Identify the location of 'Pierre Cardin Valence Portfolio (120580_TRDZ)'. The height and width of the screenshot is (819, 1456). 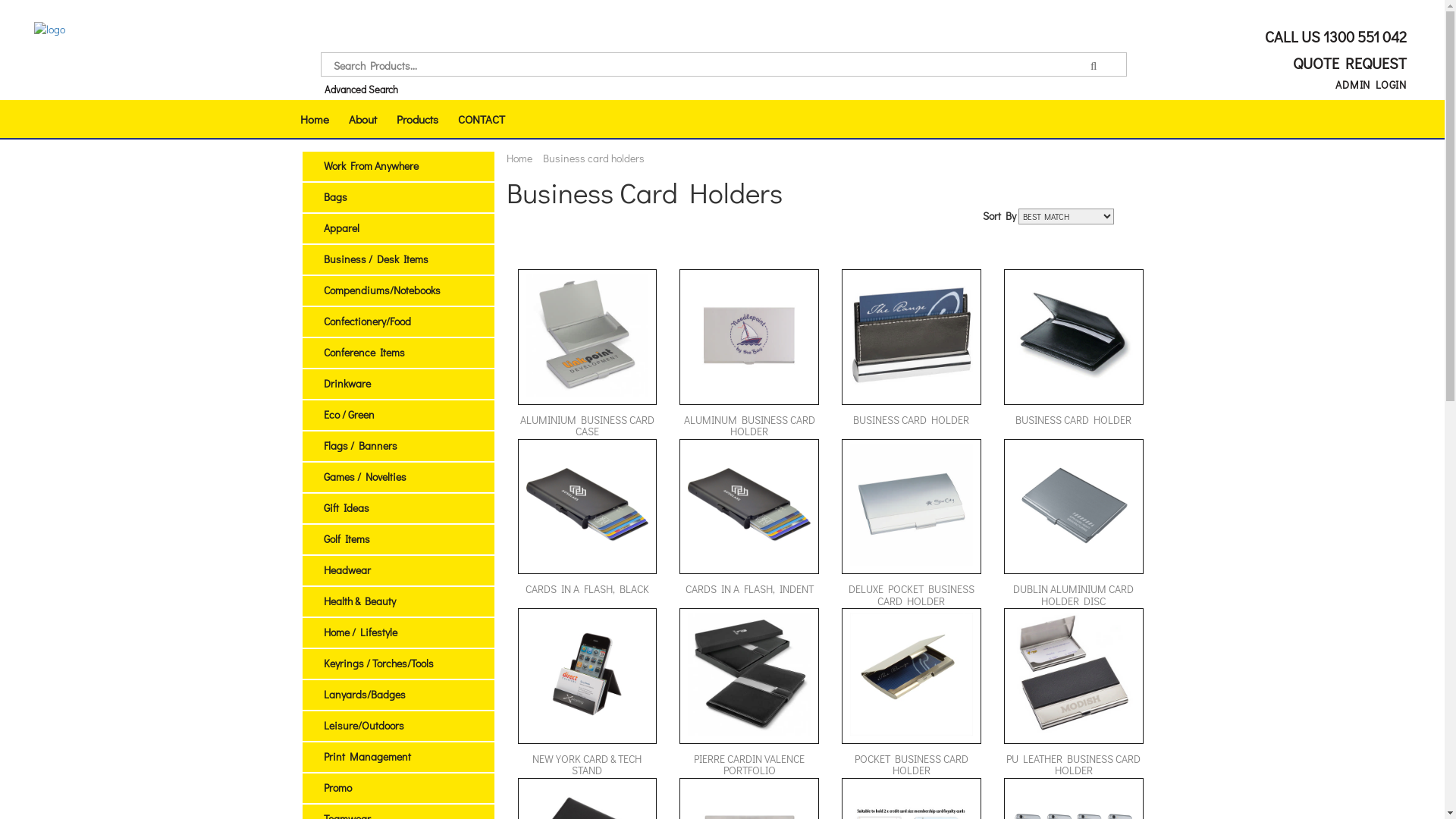
(749, 673).